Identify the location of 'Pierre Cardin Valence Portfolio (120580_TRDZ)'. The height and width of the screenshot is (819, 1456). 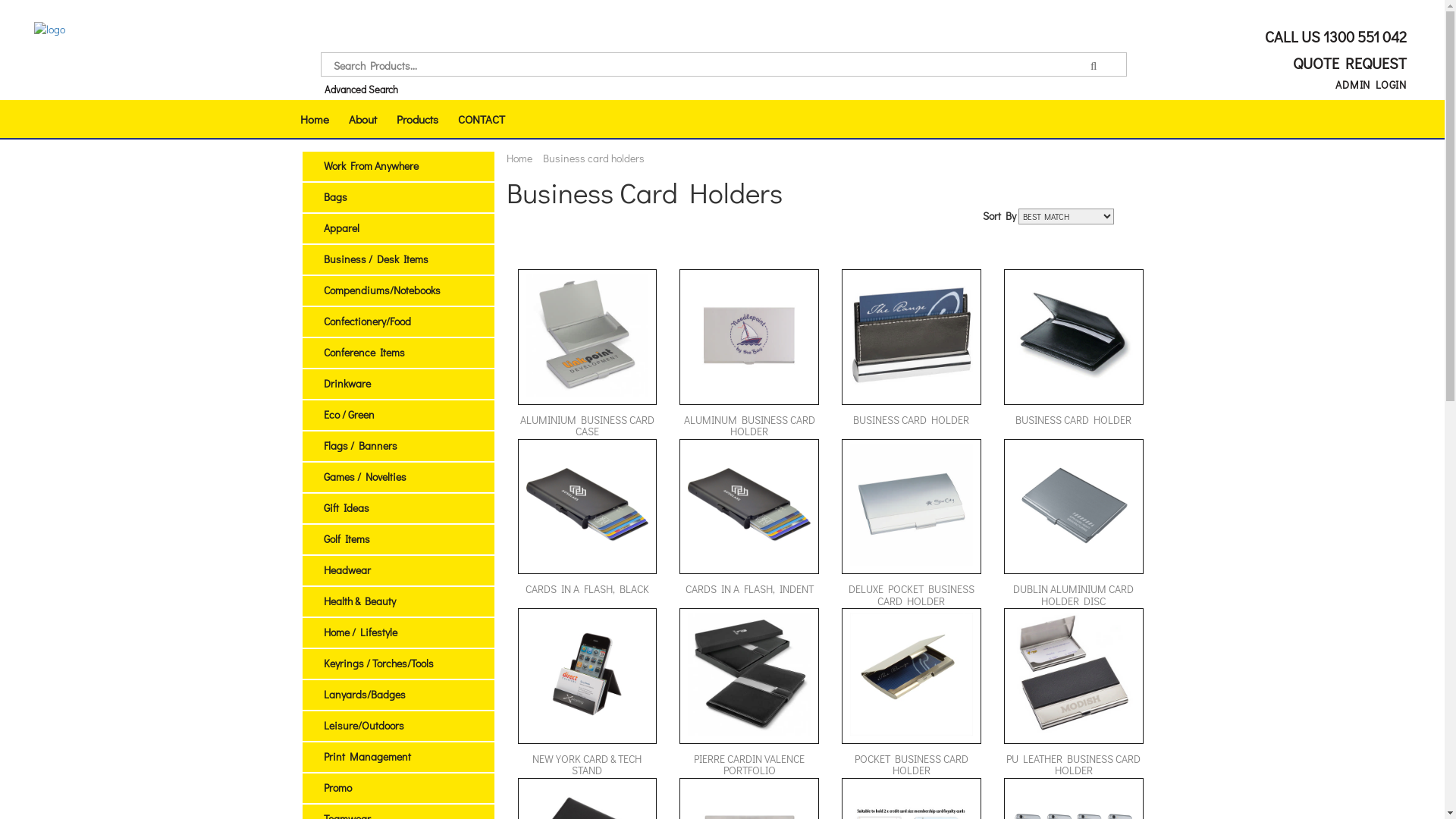
(749, 673).